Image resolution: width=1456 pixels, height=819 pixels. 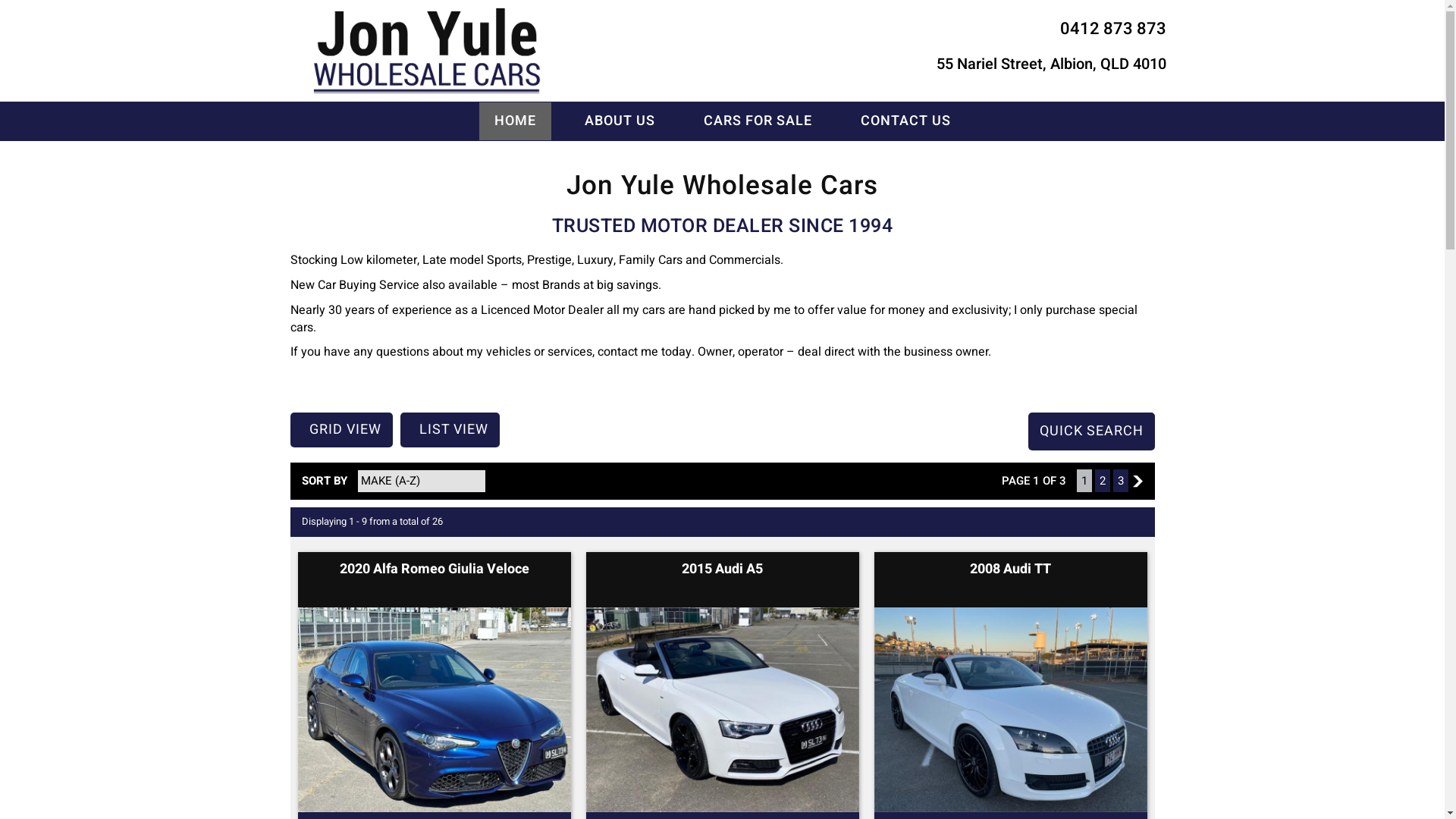 I want to click on '2008 Audi TT', so click(x=1010, y=569).